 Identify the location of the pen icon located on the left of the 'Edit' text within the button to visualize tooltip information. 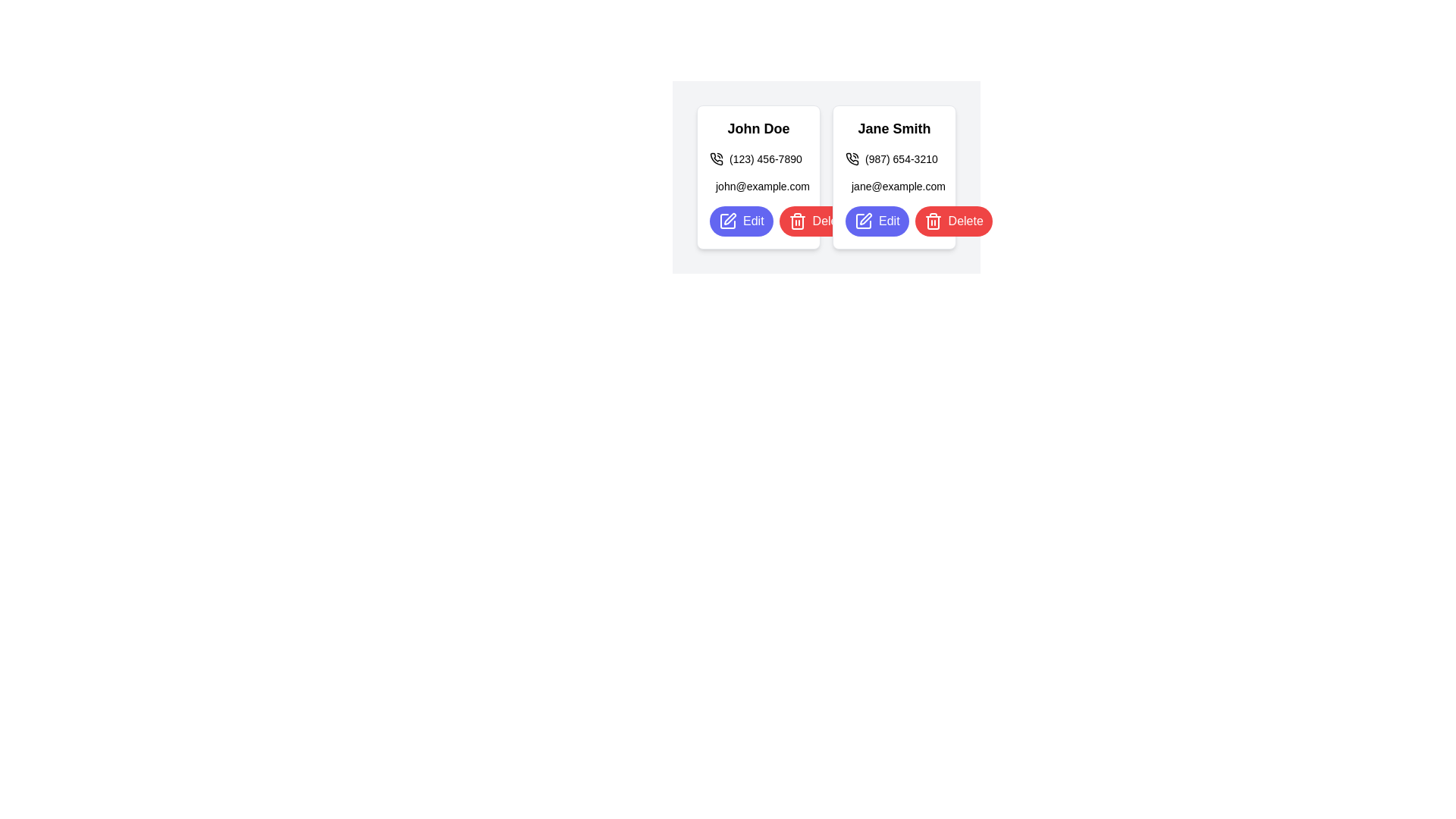
(863, 221).